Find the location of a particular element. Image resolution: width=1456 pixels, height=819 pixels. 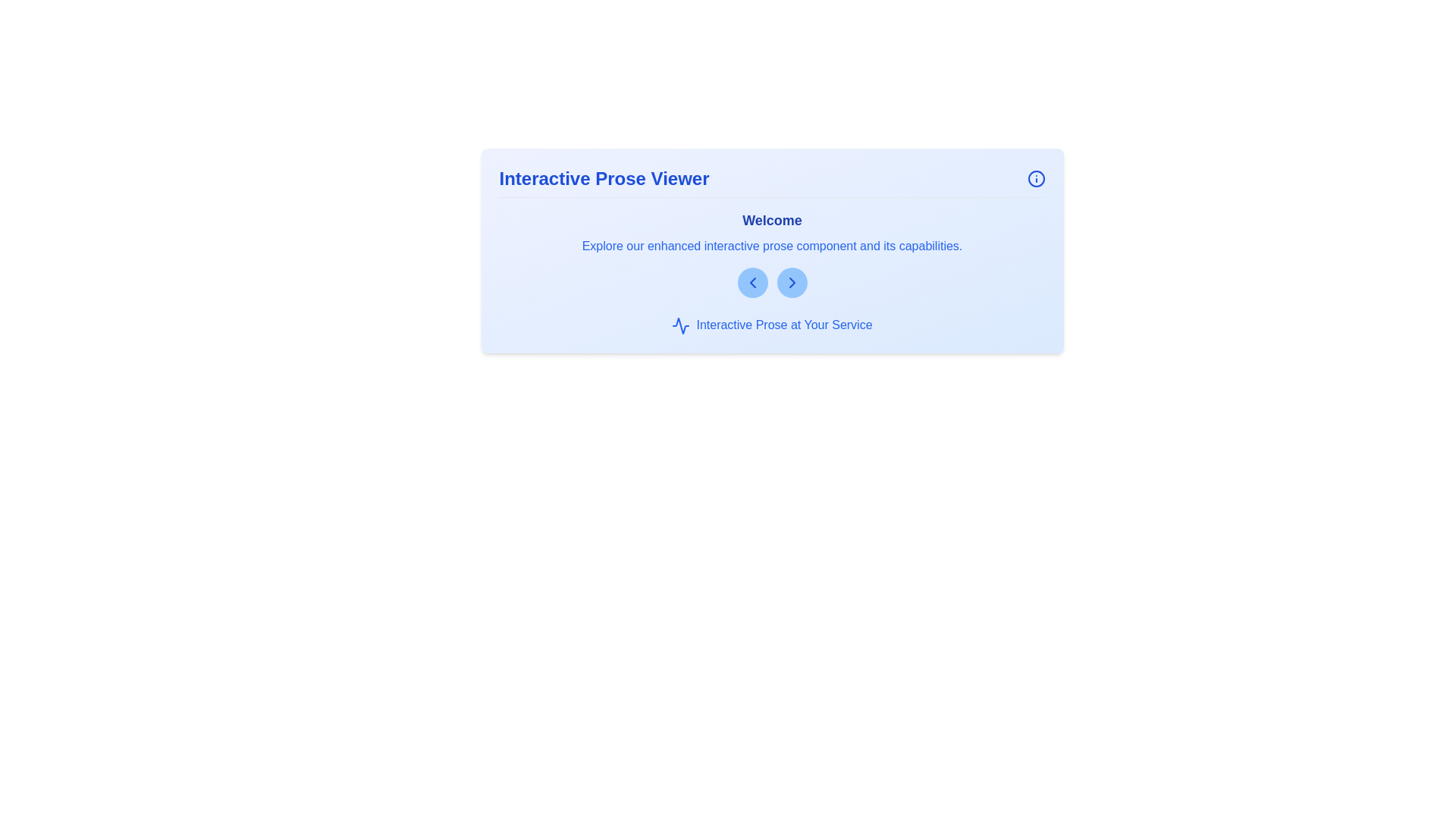

the icon that visually represents an activity or waveform concept, located to the left of the text 'Interactive Prose at Your Service', aligned beneath 'Welcome' and the text navigation icons is located at coordinates (680, 325).